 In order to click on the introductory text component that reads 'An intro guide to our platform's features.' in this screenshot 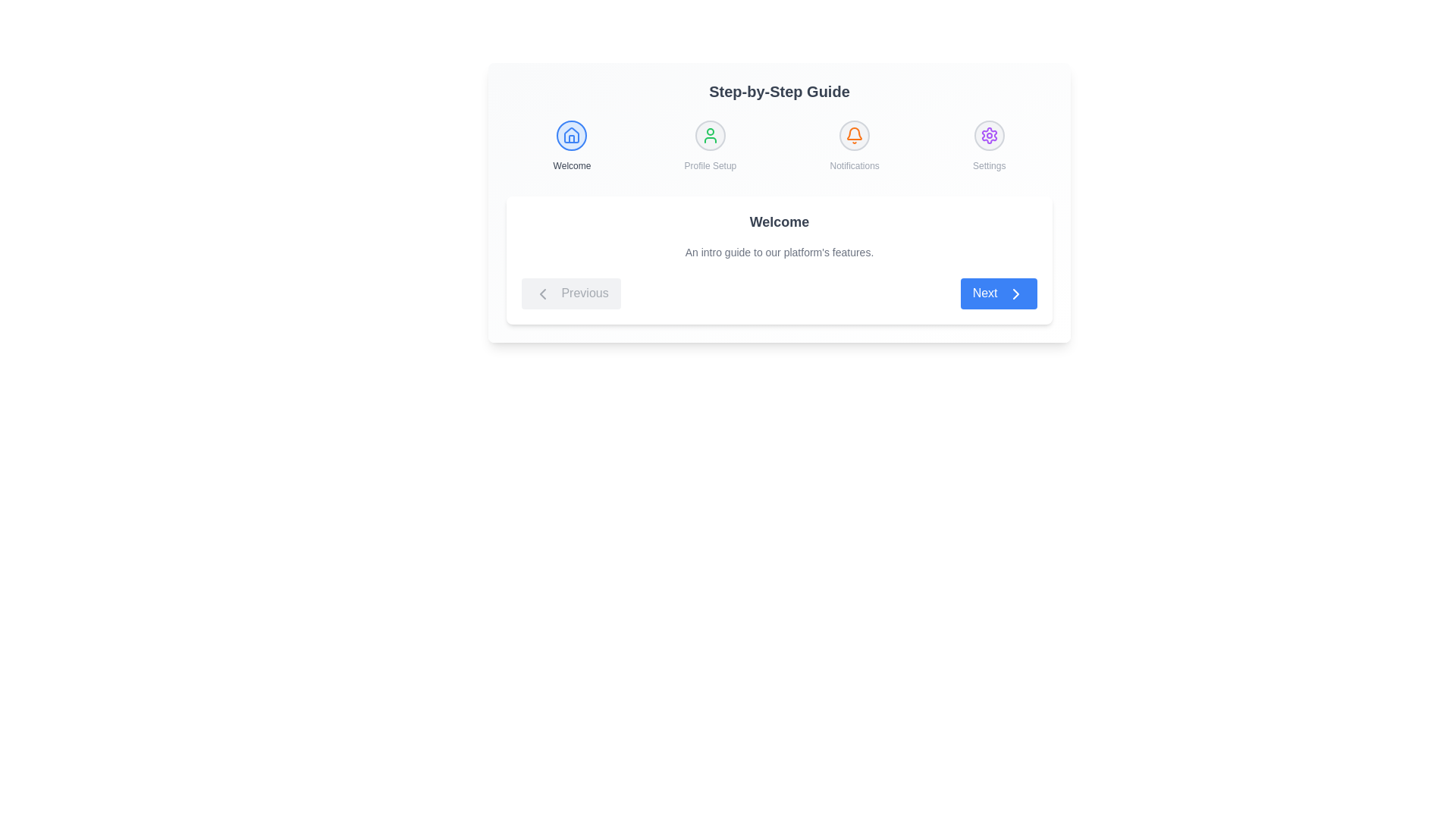, I will do `click(779, 251)`.